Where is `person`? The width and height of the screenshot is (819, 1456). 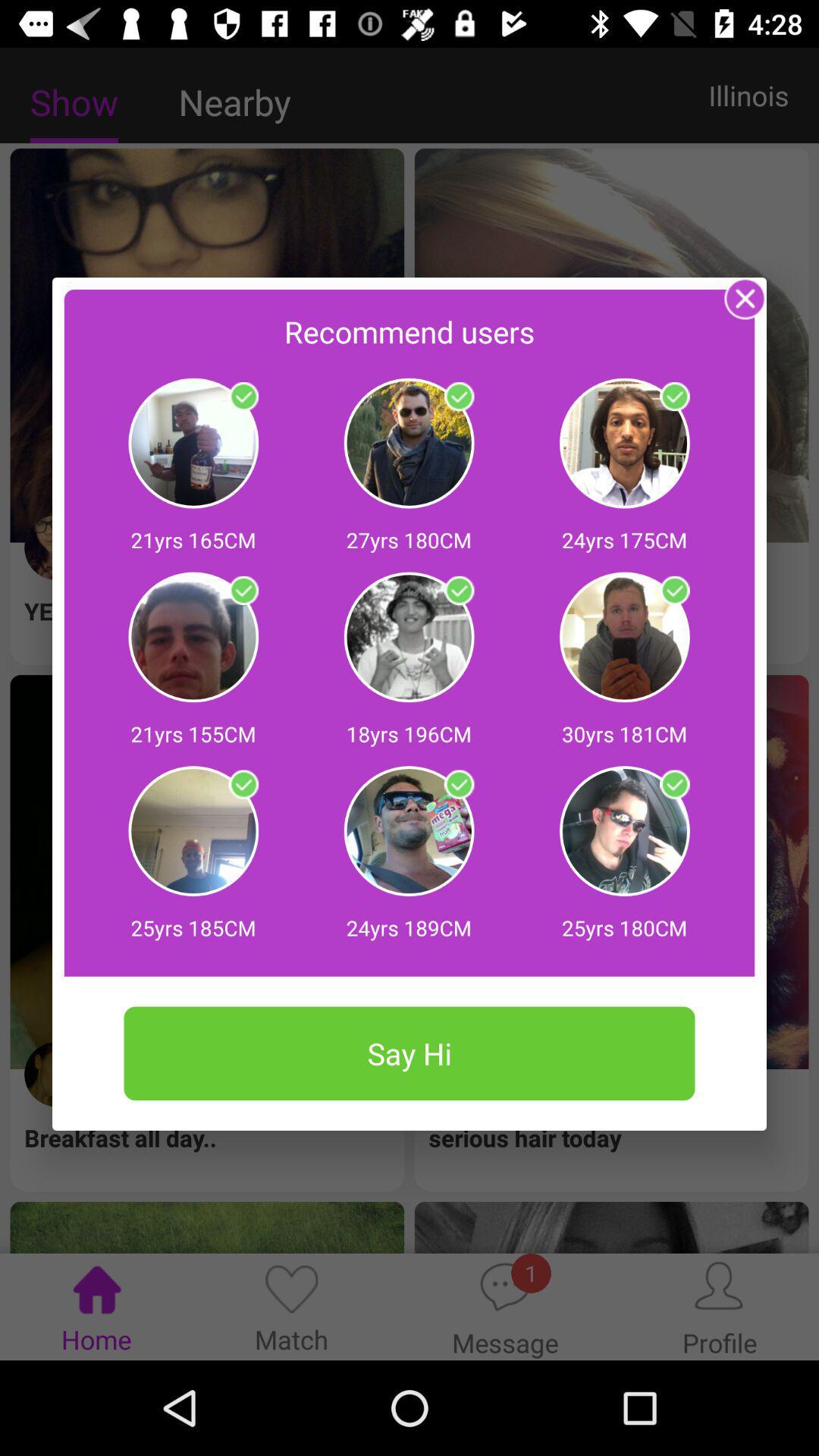
person is located at coordinates (243, 590).